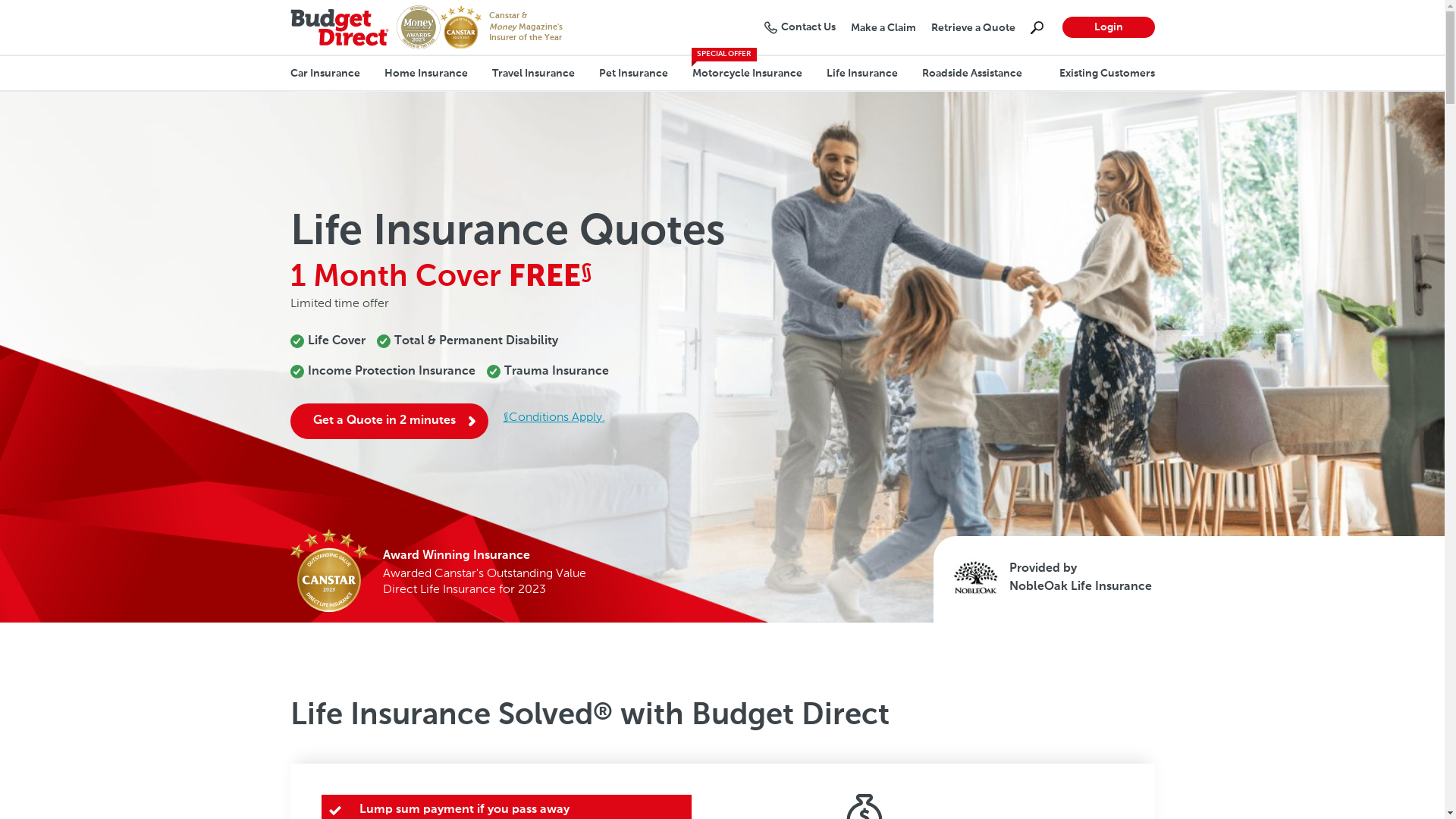 The height and width of the screenshot is (819, 1456). Describe the element at coordinates (862, 74) in the screenshot. I see `'Life Insurance'` at that location.